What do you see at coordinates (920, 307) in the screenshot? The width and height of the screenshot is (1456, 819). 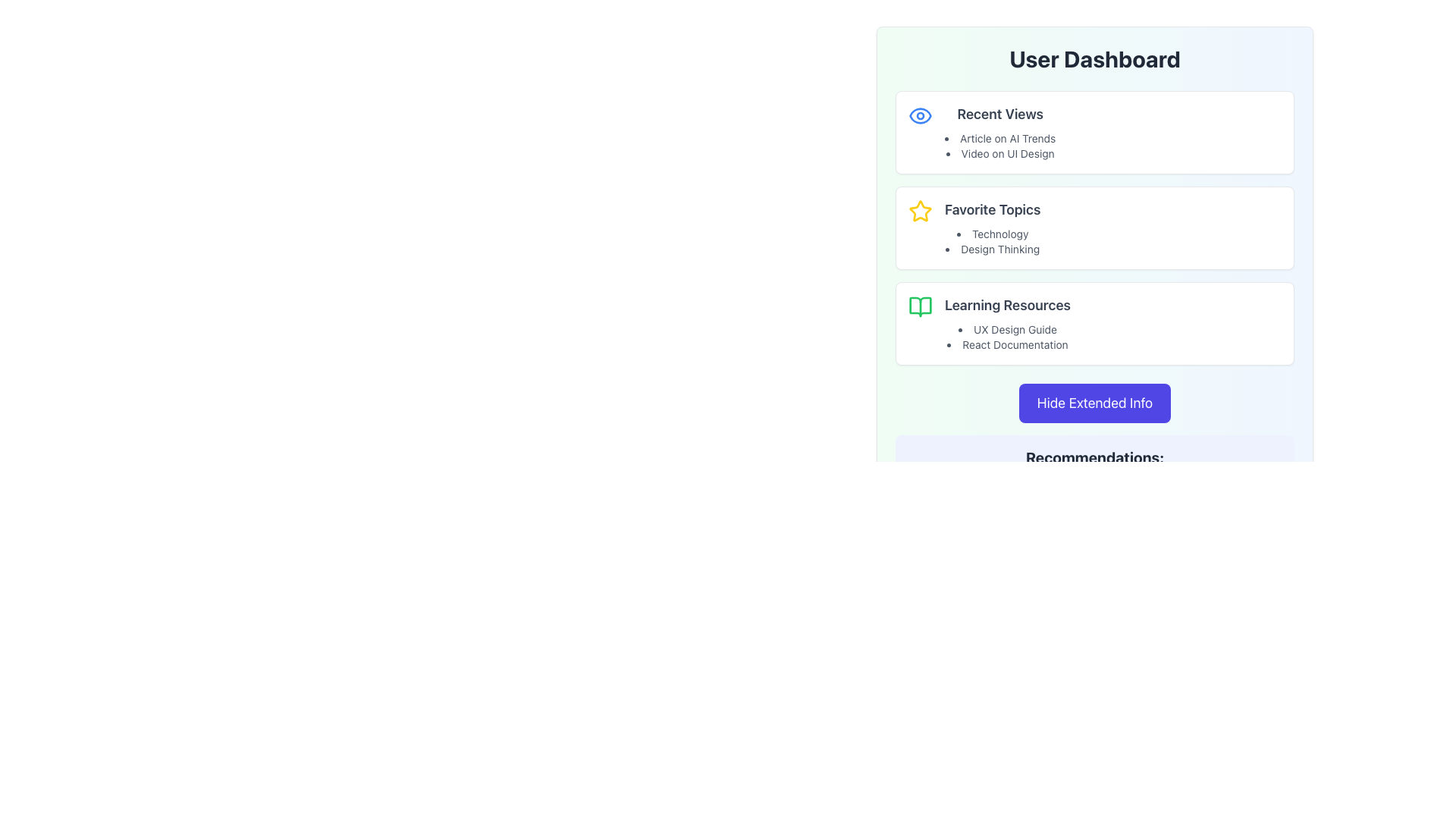 I see `the right side shape of the open book icon, which is styled in green and located in the 'Learning Resources' section under 'Favorite Topics'` at bounding box center [920, 307].